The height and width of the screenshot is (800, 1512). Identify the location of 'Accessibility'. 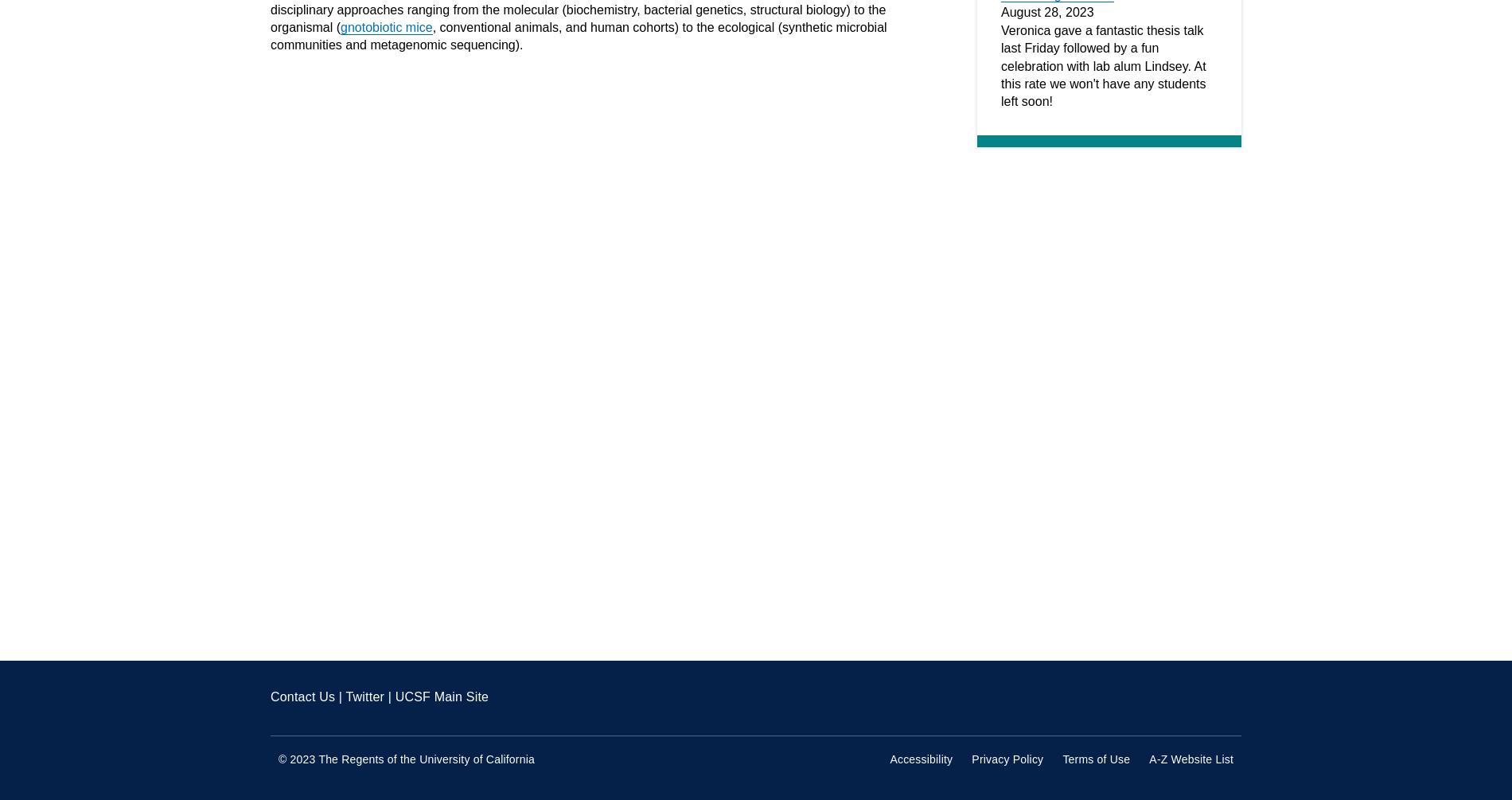
(921, 759).